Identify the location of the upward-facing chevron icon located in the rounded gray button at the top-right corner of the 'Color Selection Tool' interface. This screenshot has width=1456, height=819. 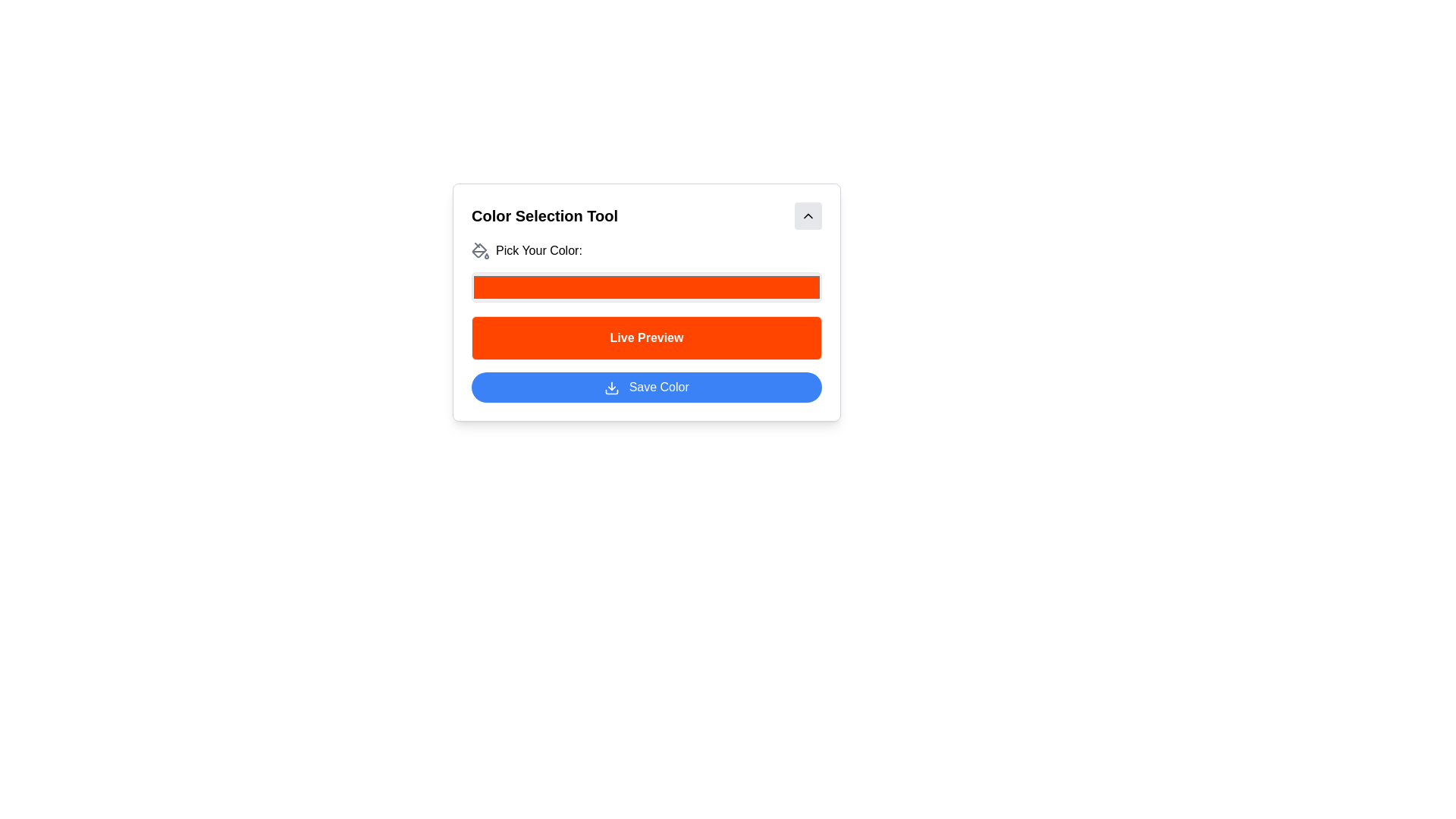
(807, 216).